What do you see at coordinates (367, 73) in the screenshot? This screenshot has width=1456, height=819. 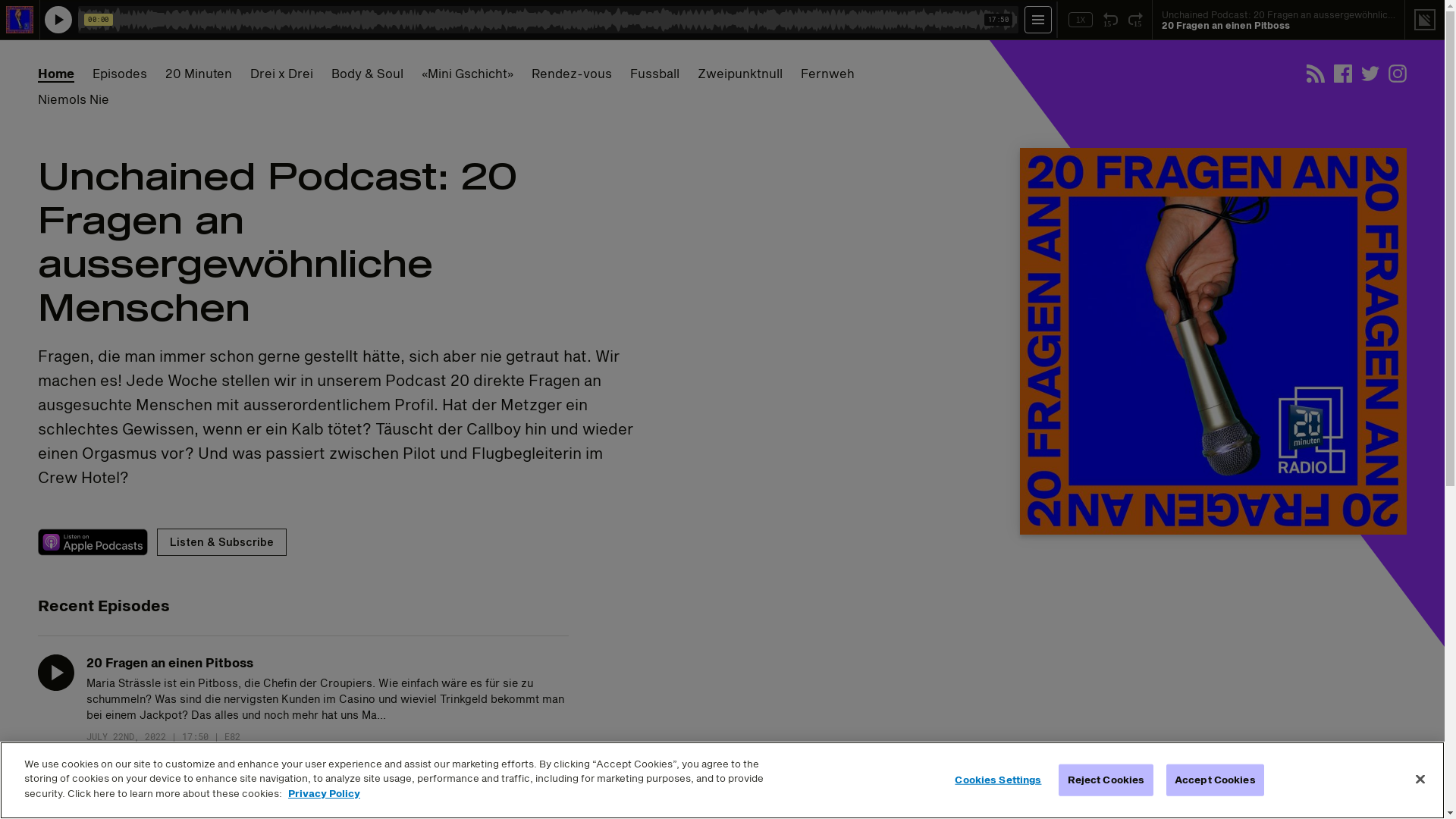 I see `'Body & Soul'` at bounding box center [367, 73].